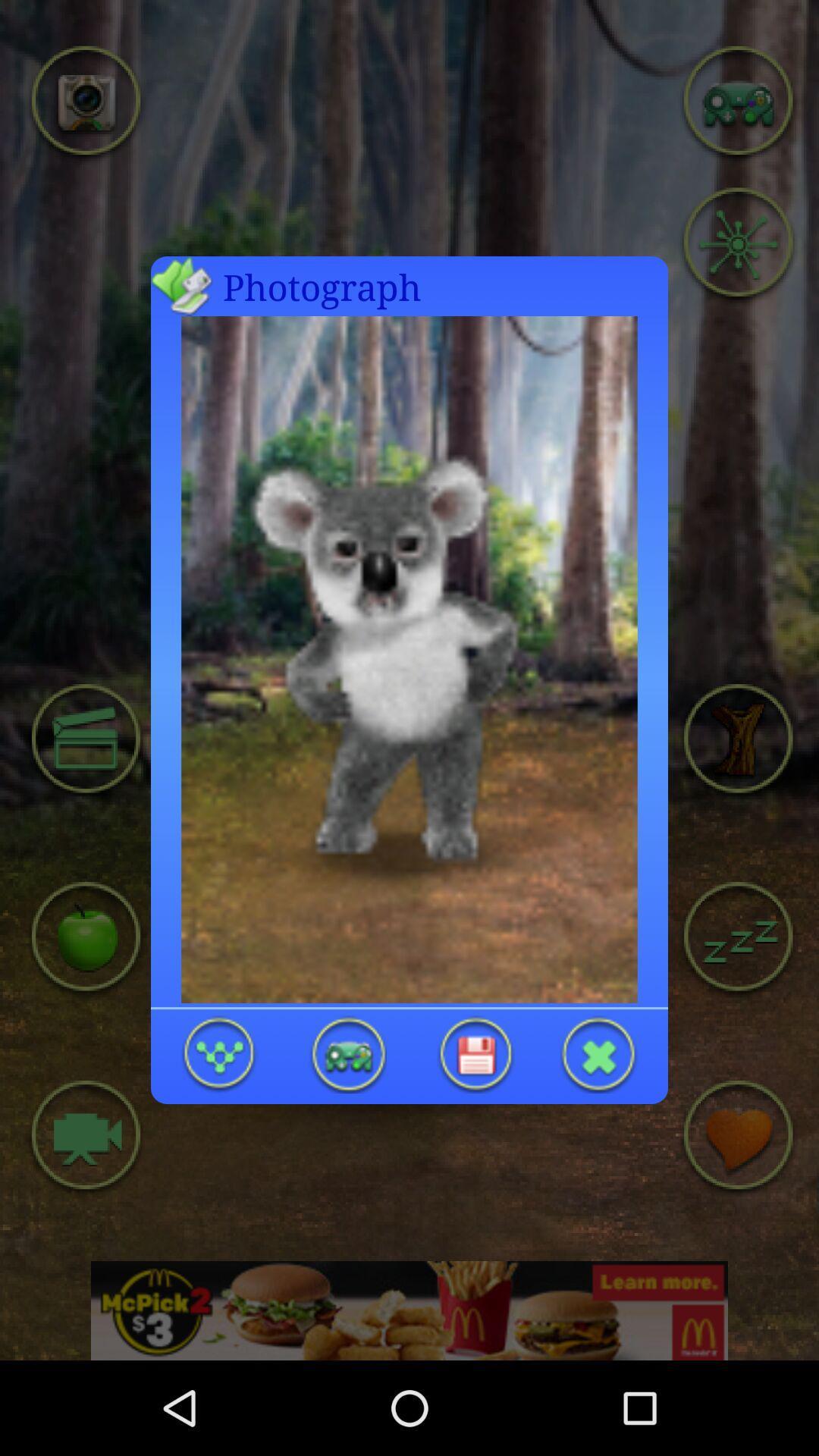  What do you see at coordinates (598, 1053) in the screenshot?
I see `exite photo` at bounding box center [598, 1053].